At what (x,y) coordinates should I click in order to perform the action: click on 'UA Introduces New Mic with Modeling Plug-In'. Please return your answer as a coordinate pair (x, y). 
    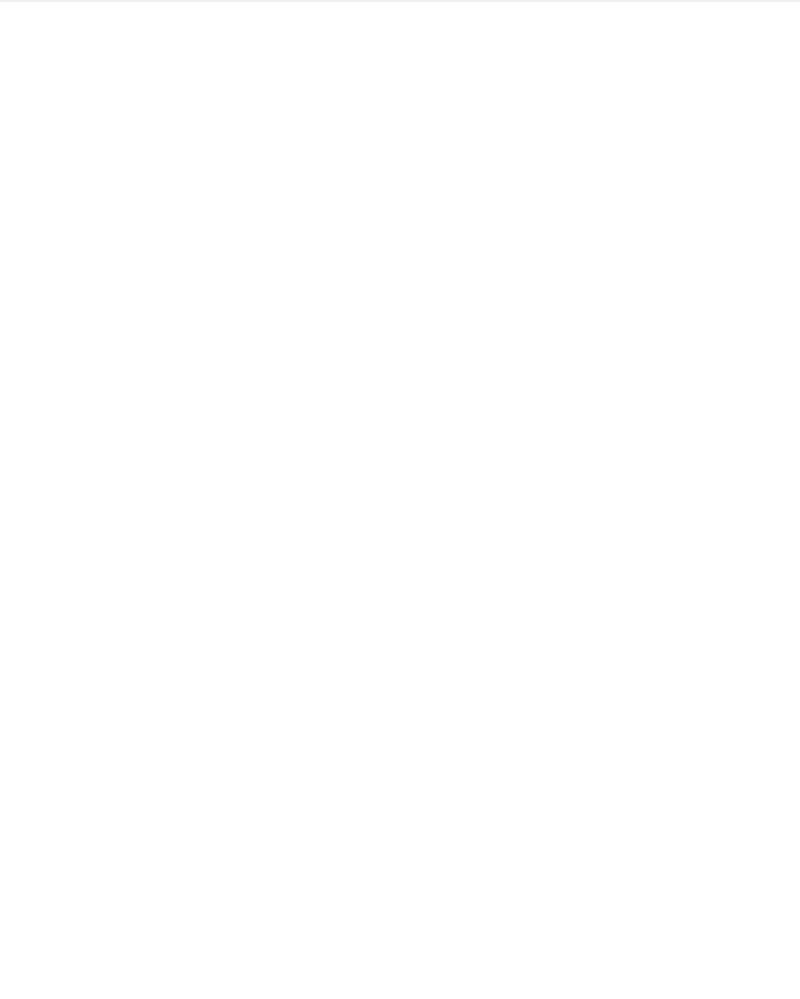
    Looking at the image, I should click on (197, 585).